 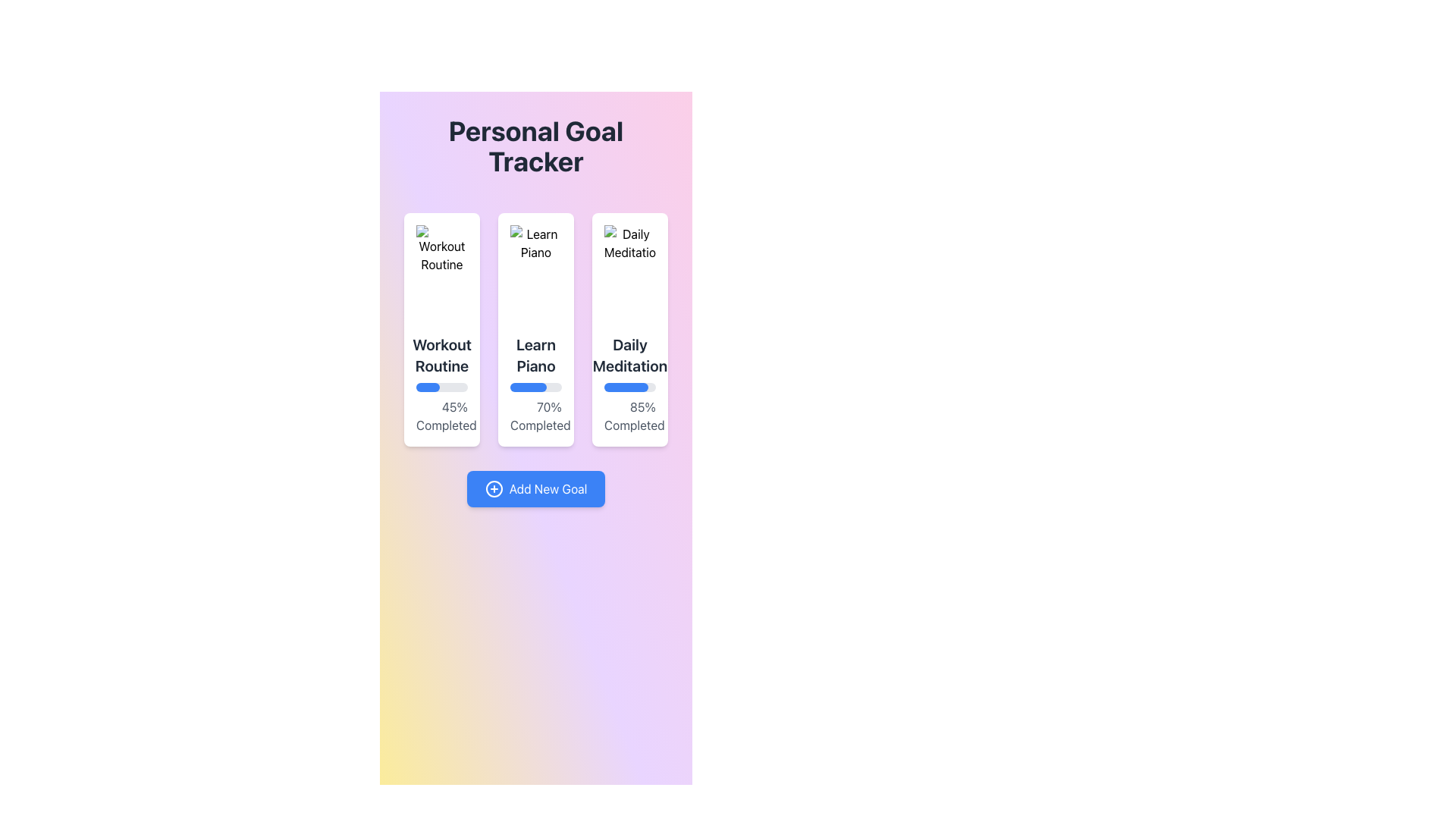 What do you see at coordinates (629, 416) in the screenshot?
I see `the text element displaying '85% Completed' in light gray, located at the bottom-right of the 'Daily Meditation' card` at bounding box center [629, 416].